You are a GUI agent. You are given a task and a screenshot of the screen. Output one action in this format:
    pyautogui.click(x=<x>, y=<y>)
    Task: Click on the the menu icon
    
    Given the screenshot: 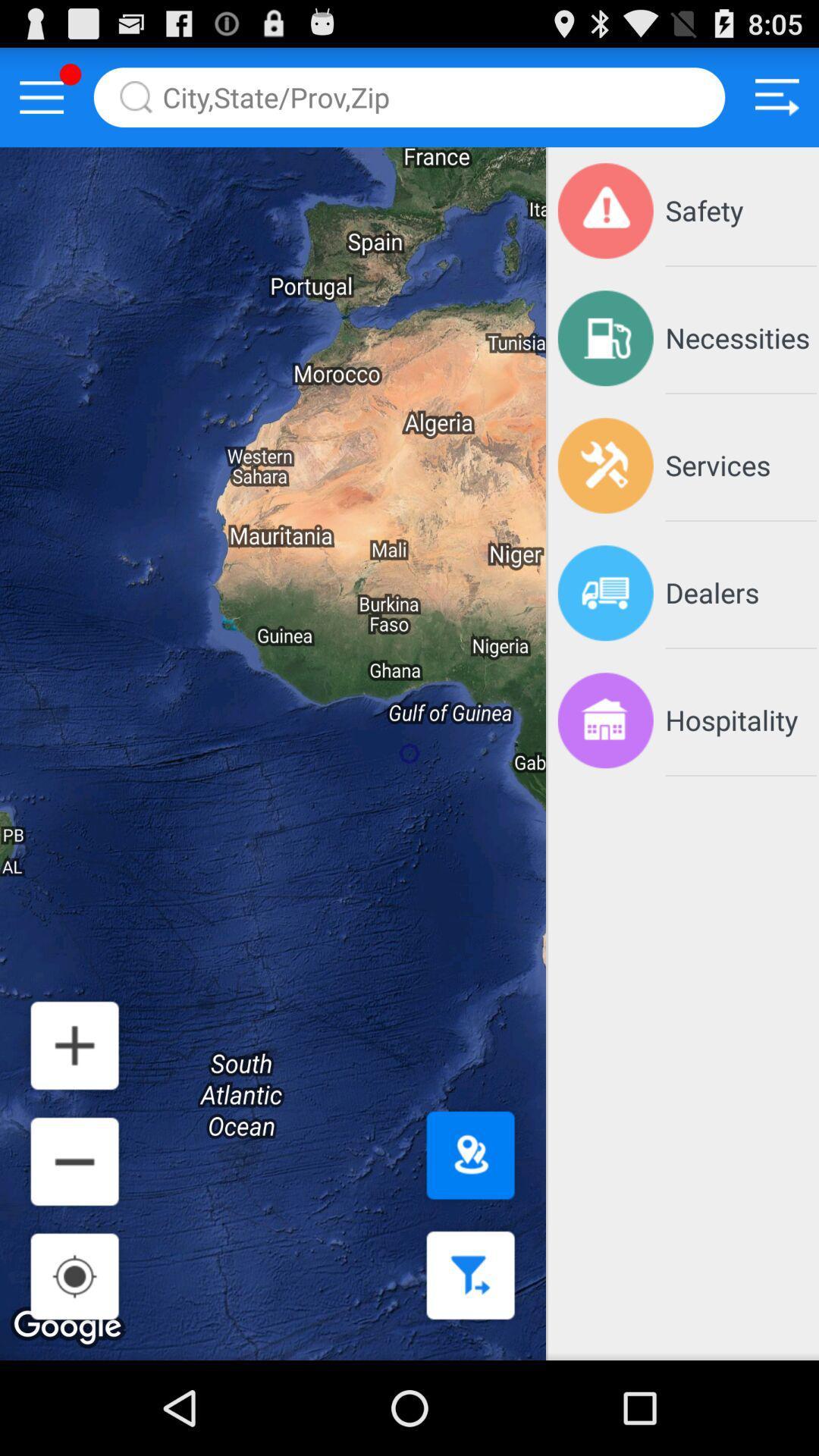 What is the action you would take?
    pyautogui.click(x=41, y=103)
    